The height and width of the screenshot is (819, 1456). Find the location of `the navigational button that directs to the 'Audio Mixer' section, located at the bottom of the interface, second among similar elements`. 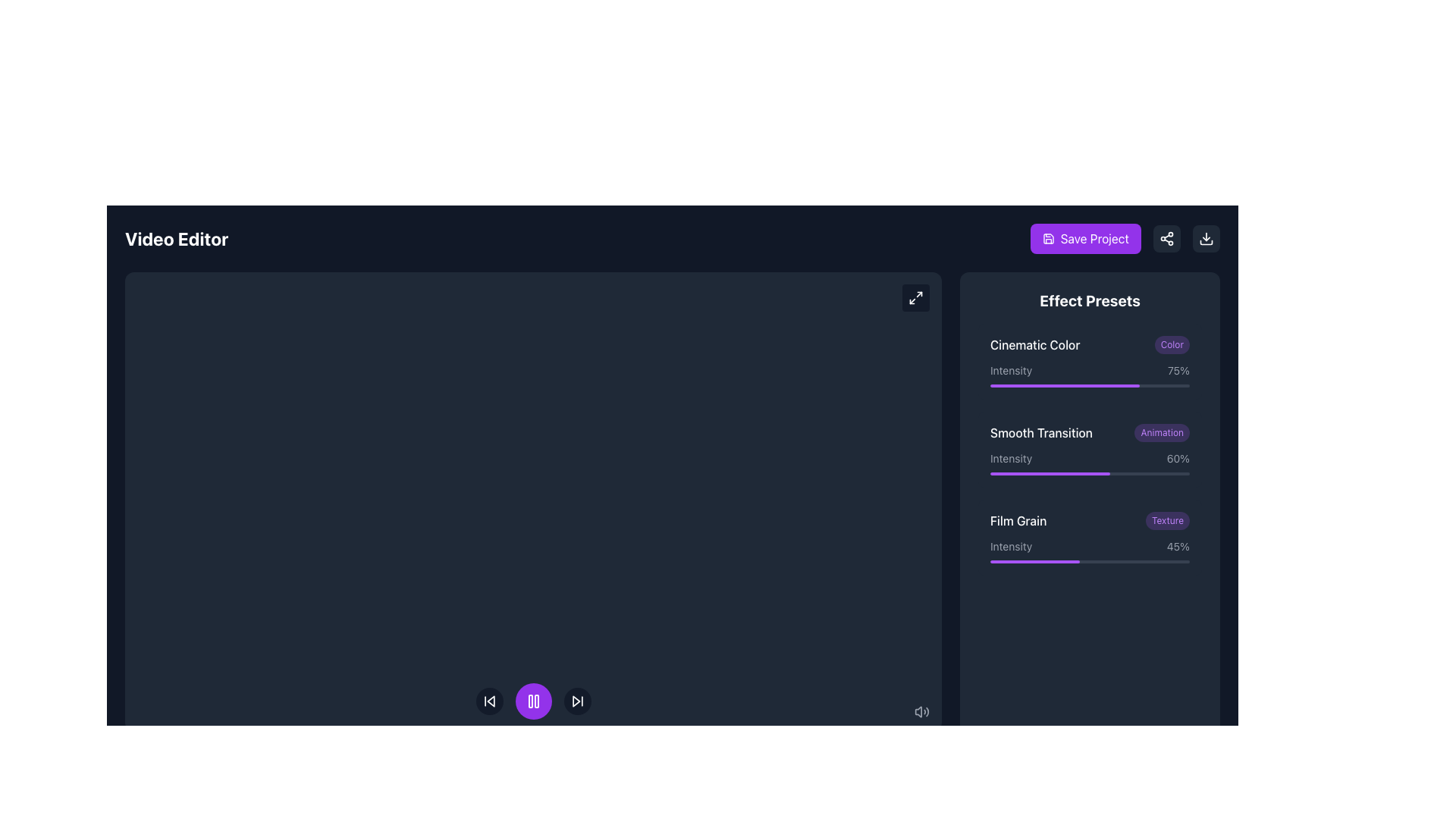

the navigational button that directs to the 'Audio Mixer' section, located at the bottom of the interface, second among similar elements is located at coordinates (322, 783).